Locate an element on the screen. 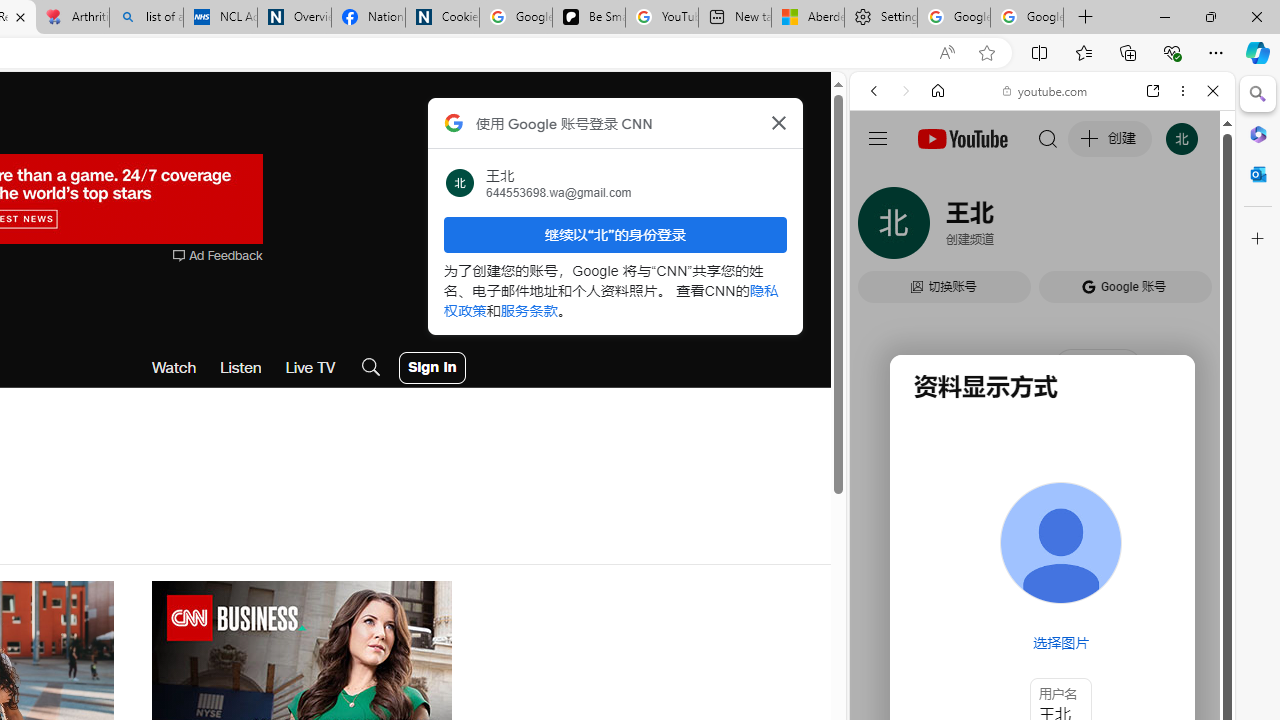 Image resolution: width=1280 pixels, height=720 pixels. 'Watch' is located at coordinates (174, 367).